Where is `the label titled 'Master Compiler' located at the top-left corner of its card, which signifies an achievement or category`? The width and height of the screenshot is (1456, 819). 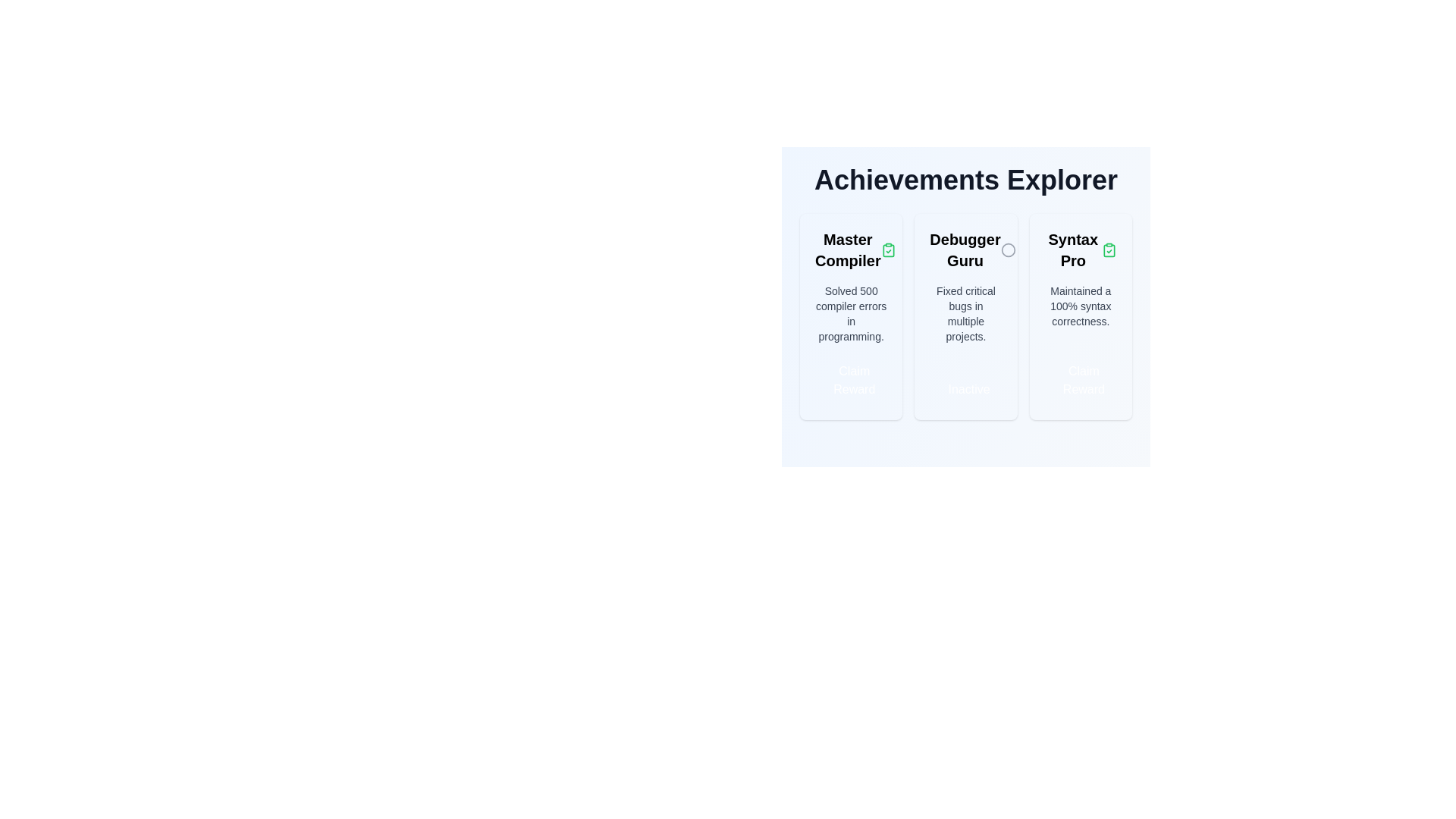
the label titled 'Master Compiler' located at the top-left corner of its card, which signifies an achievement or category is located at coordinates (851, 249).